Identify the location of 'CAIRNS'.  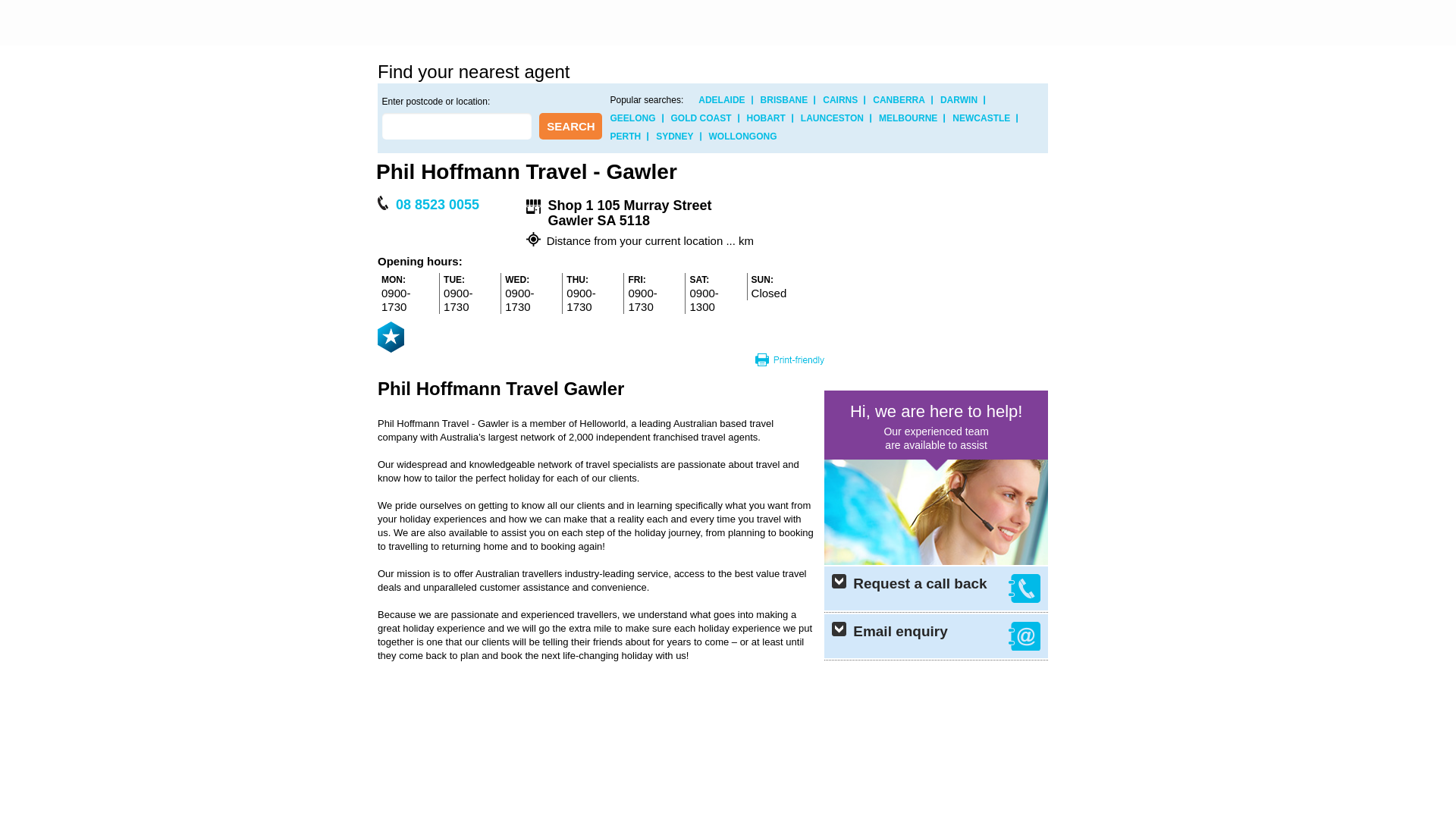
(821, 99).